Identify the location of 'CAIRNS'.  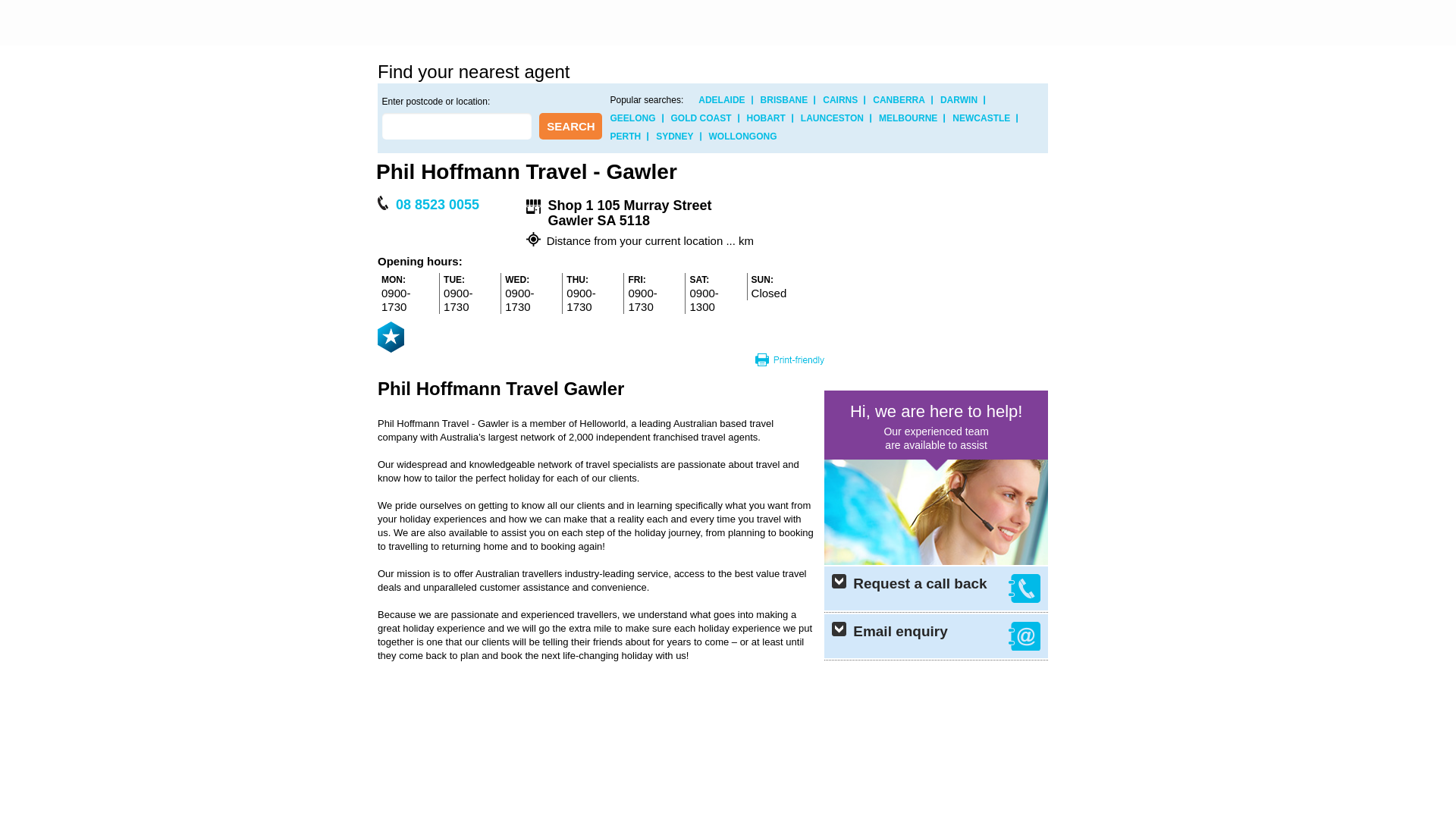
(821, 99).